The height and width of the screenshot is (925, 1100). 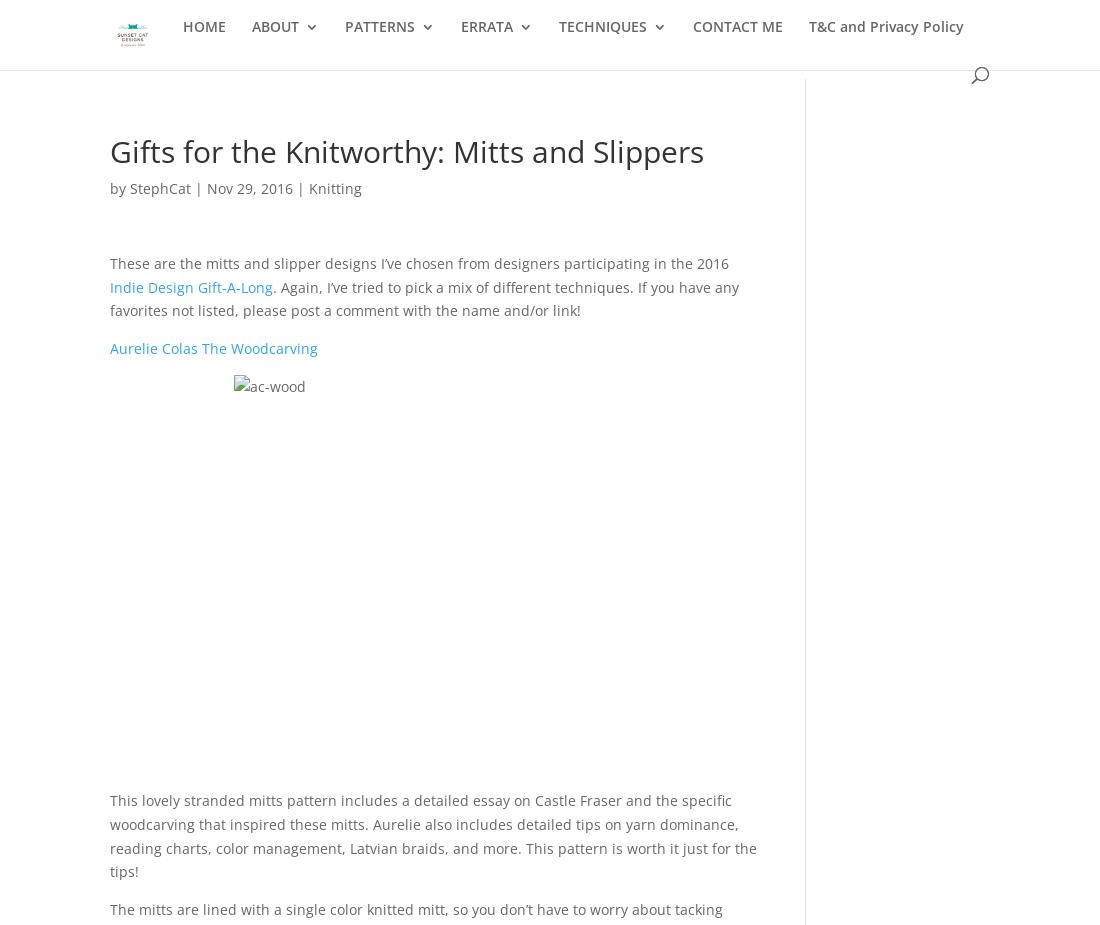 What do you see at coordinates (646, 121) in the screenshot?
I see `'Abbreviations'` at bounding box center [646, 121].